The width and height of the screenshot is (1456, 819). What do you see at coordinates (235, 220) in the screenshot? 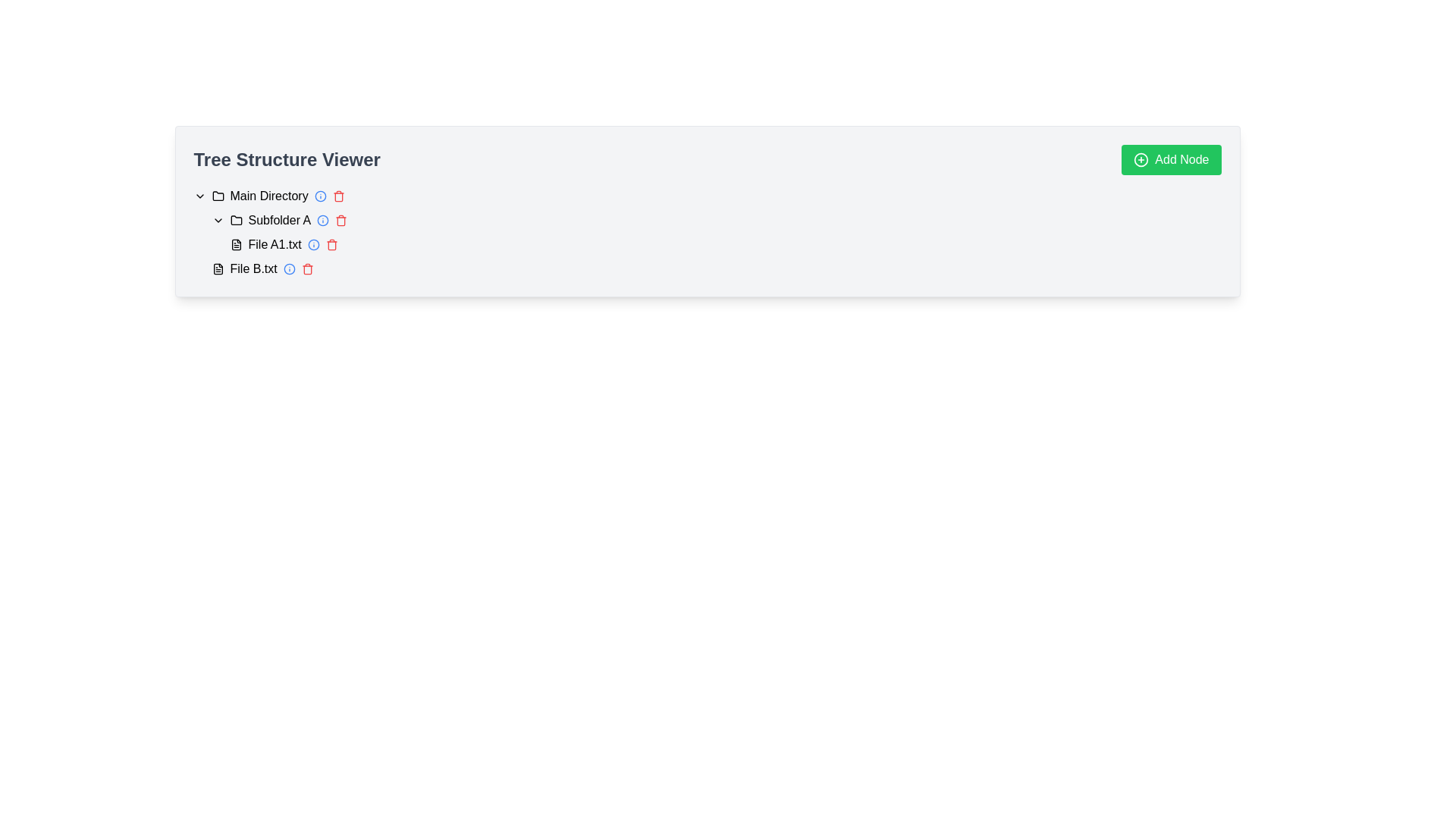
I see `the folder icon representing a subfolder in the directory structure, located to the left of the 'Subfolder A' label` at bounding box center [235, 220].